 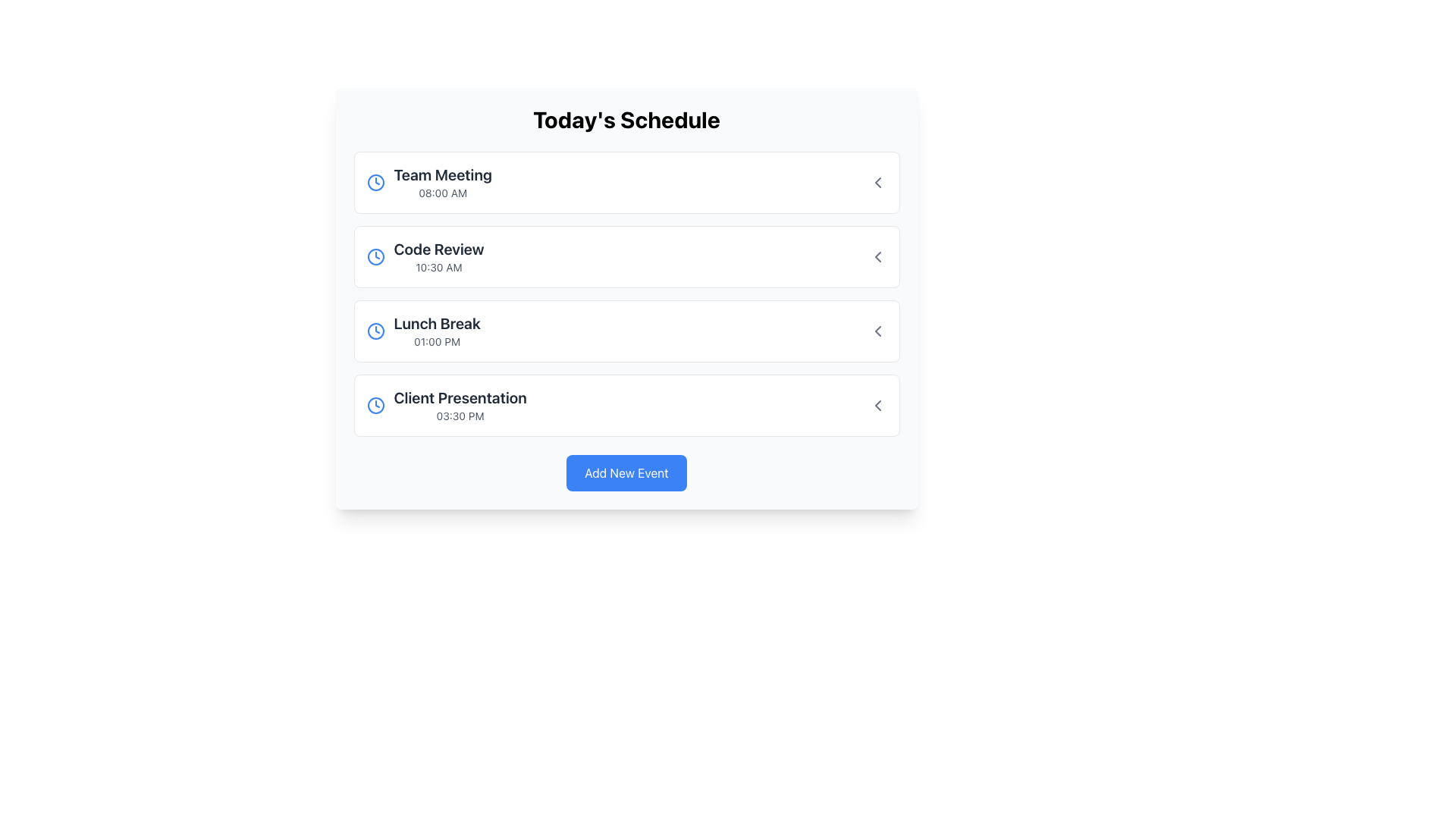 I want to click on the surrounding interactive component associated with the time displayed in the 'Code Review' event, located beneath the title and to the right of the blue event icon, so click(x=438, y=267).